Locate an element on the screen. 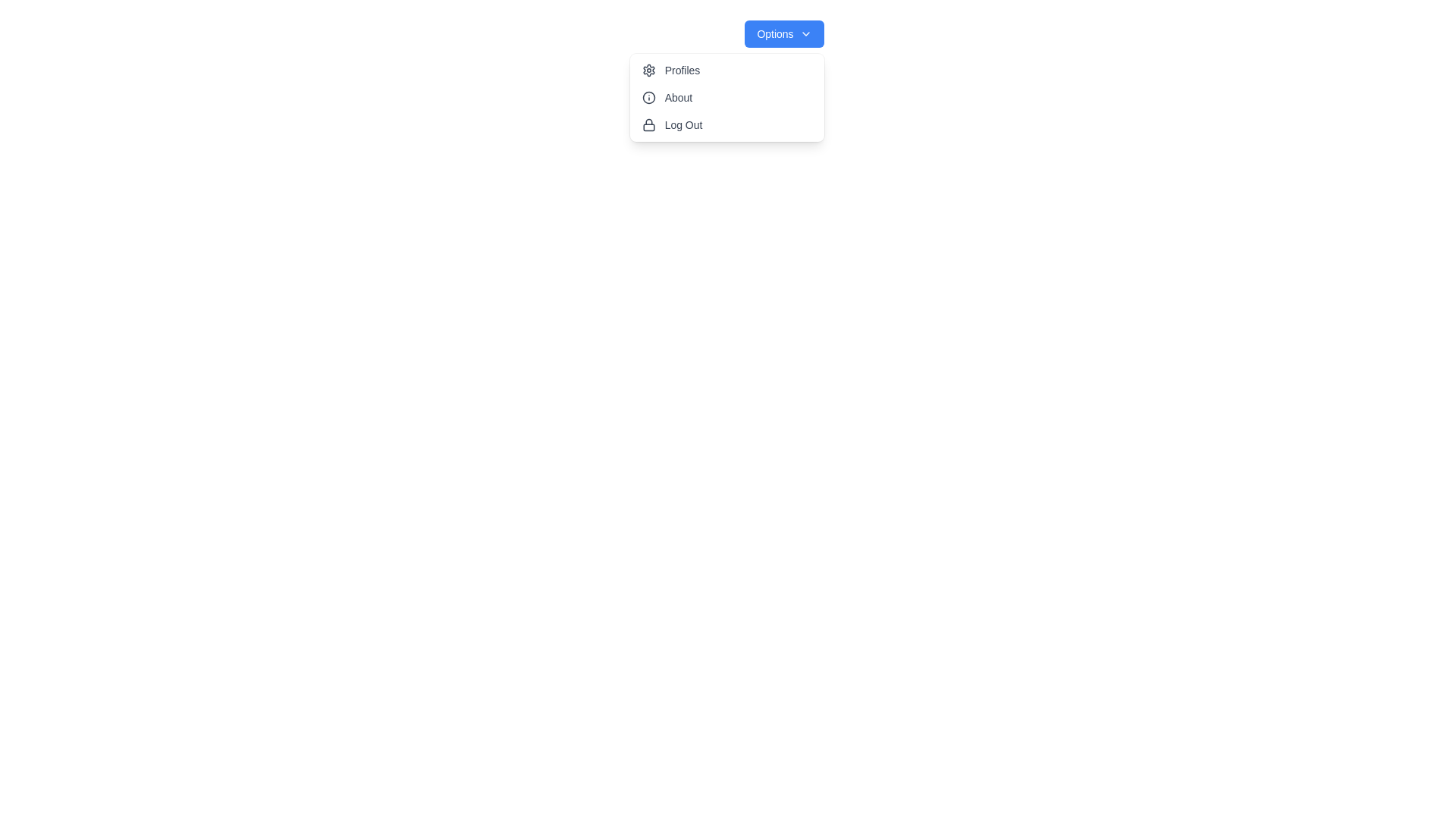 This screenshot has height=819, width=1456. the log-out button located in the vertical dropdown menu, which is the third option below 'Profiles' and 'About', to activate the hover effect is located at coordinates (726, 124).